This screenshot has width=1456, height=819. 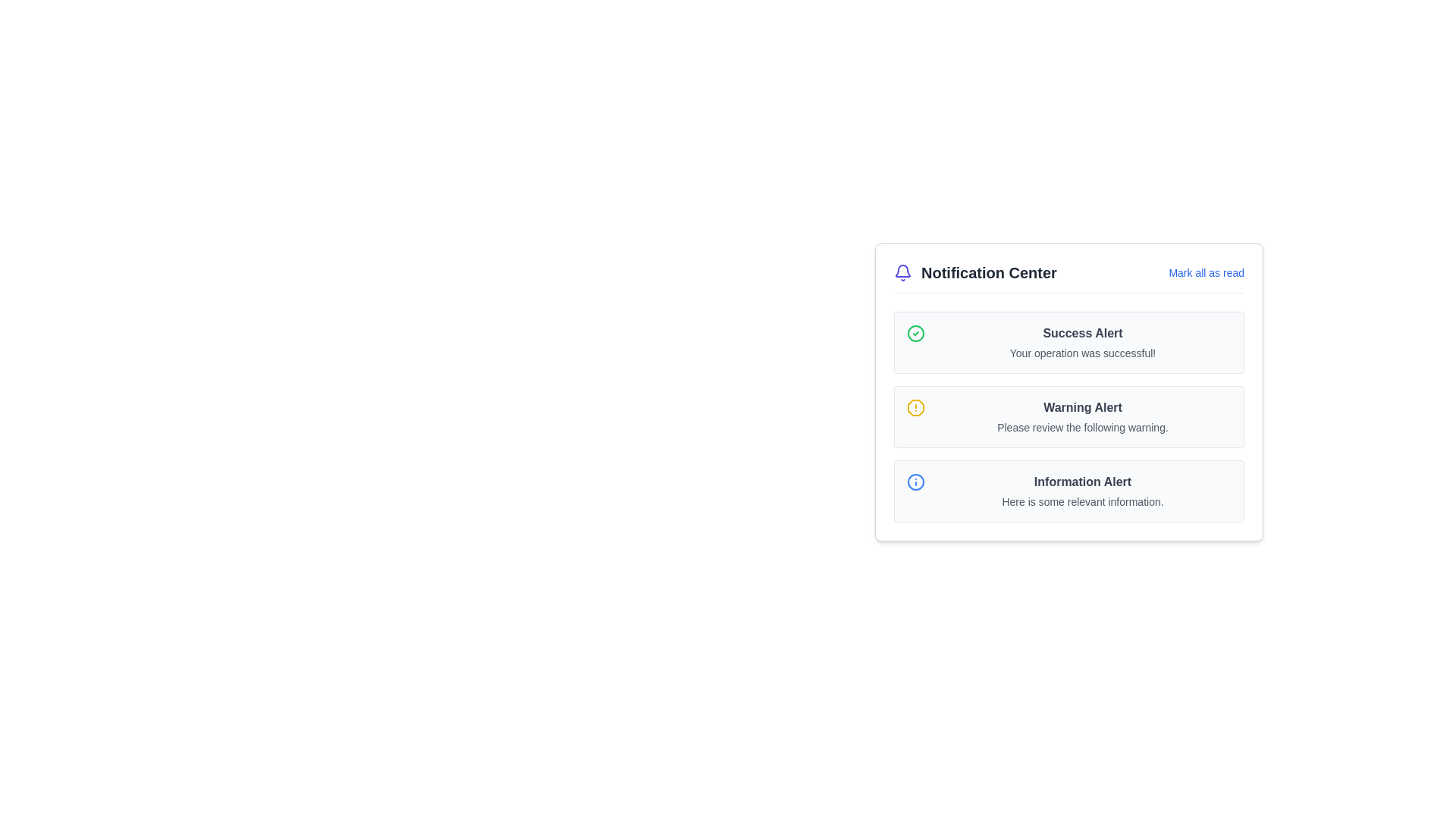 I want to click on the success message text label located in the notification center, which is positioned directly to the right of a green checkmark icon and above the text 'Your operation was successful!', so click(x=1082, y=332).